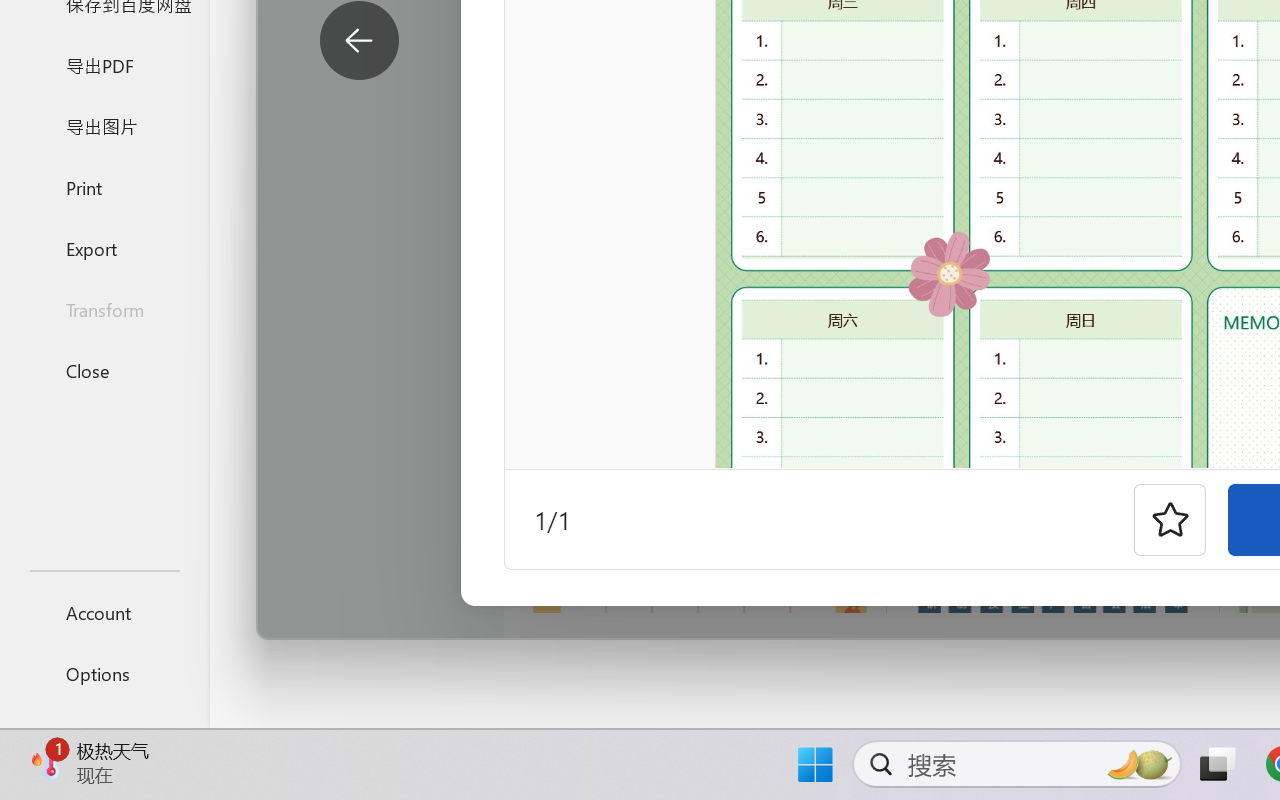 This screenshot has width=1280, height=800. What do you see at coordinates (103, 247) in the screenshot?
I see `'Export'` at bounding box center [103, 247].